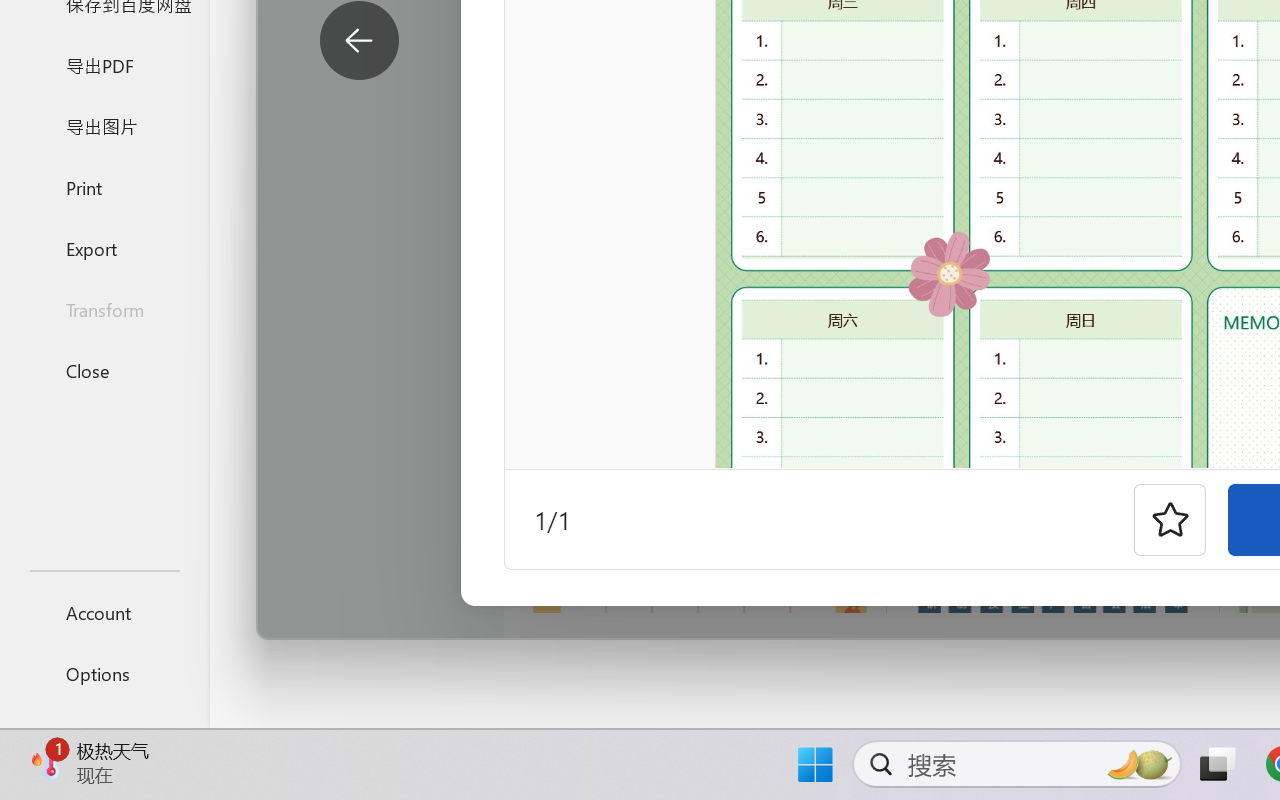 This screenshot has width=1280, height=800. What do you see at coordinates (103, 247) in the screenshot?
I see `'Export'` at bounding box center [103, 247].